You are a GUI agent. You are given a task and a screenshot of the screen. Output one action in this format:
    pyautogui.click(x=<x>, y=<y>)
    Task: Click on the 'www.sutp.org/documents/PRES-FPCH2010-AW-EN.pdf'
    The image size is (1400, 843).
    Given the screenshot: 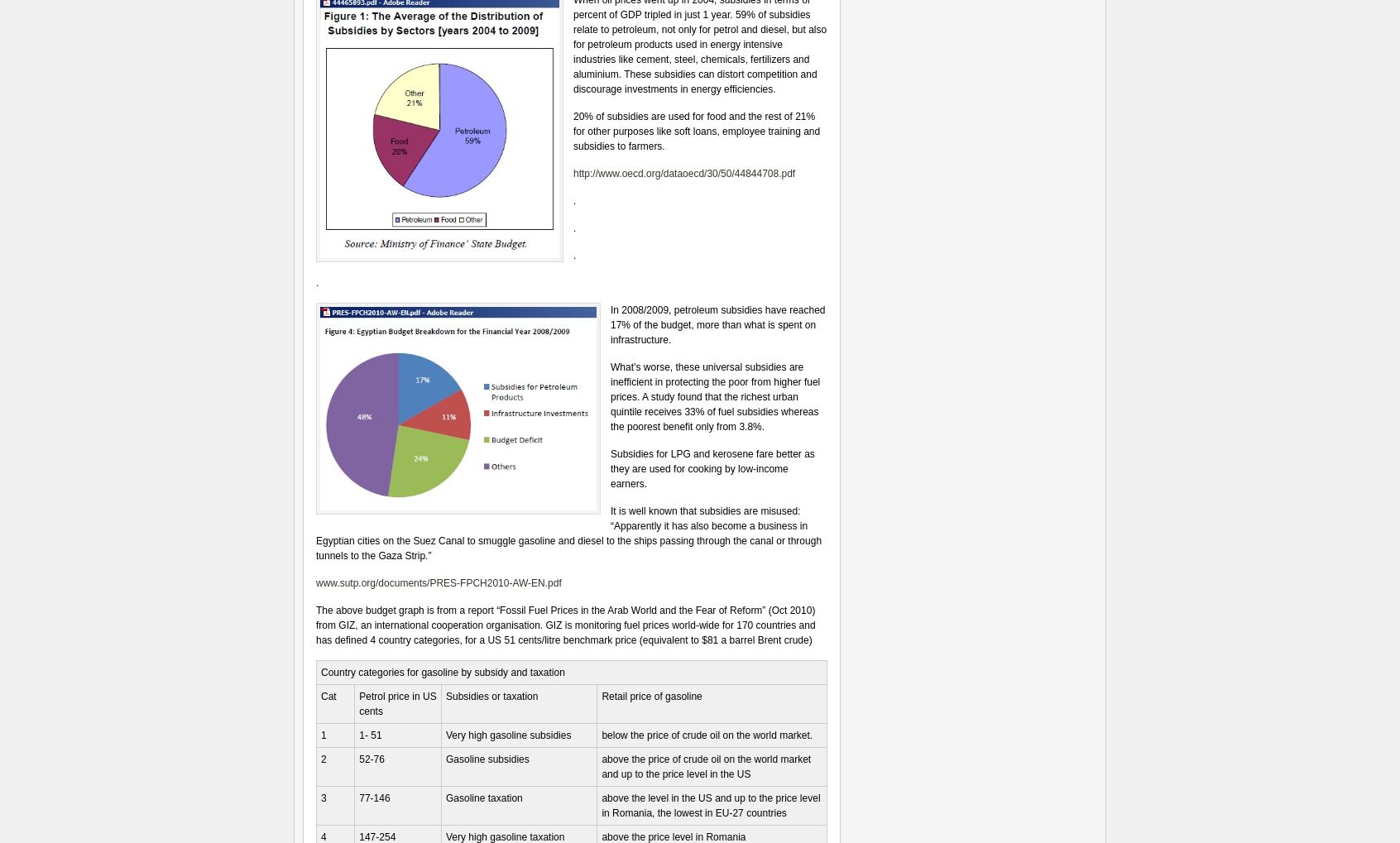 What is the action you would take?
    pyautogui.click(x=438, y=583)
    